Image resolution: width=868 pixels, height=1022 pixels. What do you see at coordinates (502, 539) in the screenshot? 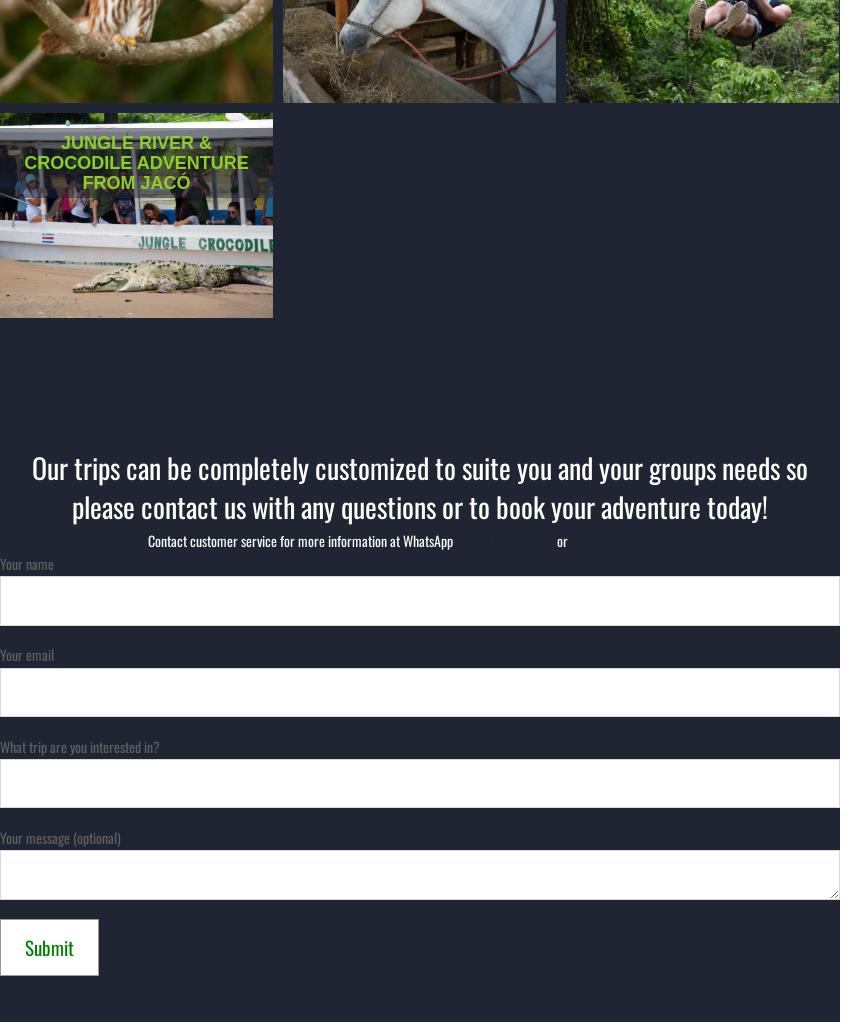
I see `'+(506) 8655-3434'` at bounding box center [502, 539].